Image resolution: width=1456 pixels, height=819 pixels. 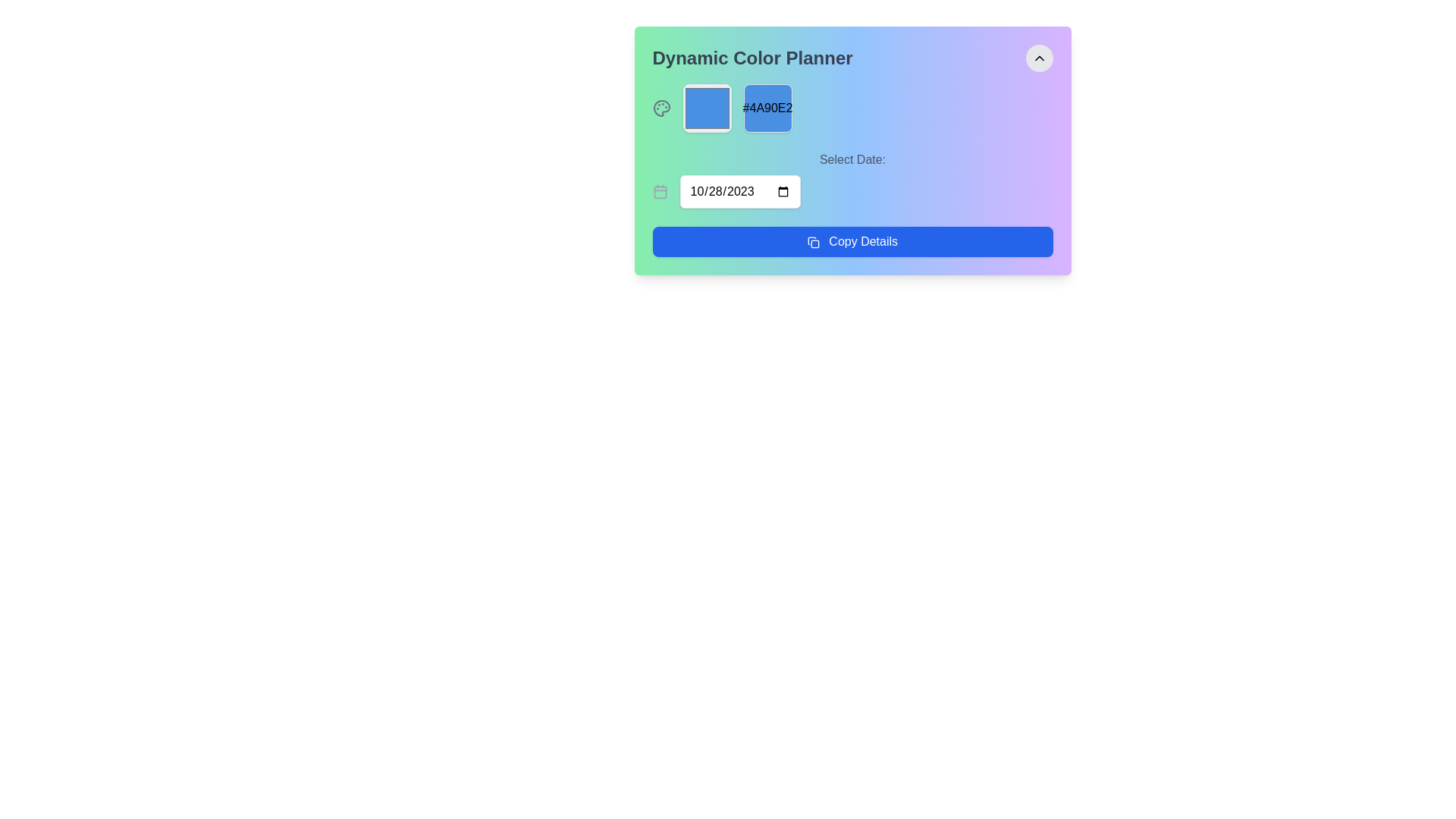 I want to click on the upward arrow symbol inside the circular button located at the top-right corner of the interface, so click(x=1038, y=58).